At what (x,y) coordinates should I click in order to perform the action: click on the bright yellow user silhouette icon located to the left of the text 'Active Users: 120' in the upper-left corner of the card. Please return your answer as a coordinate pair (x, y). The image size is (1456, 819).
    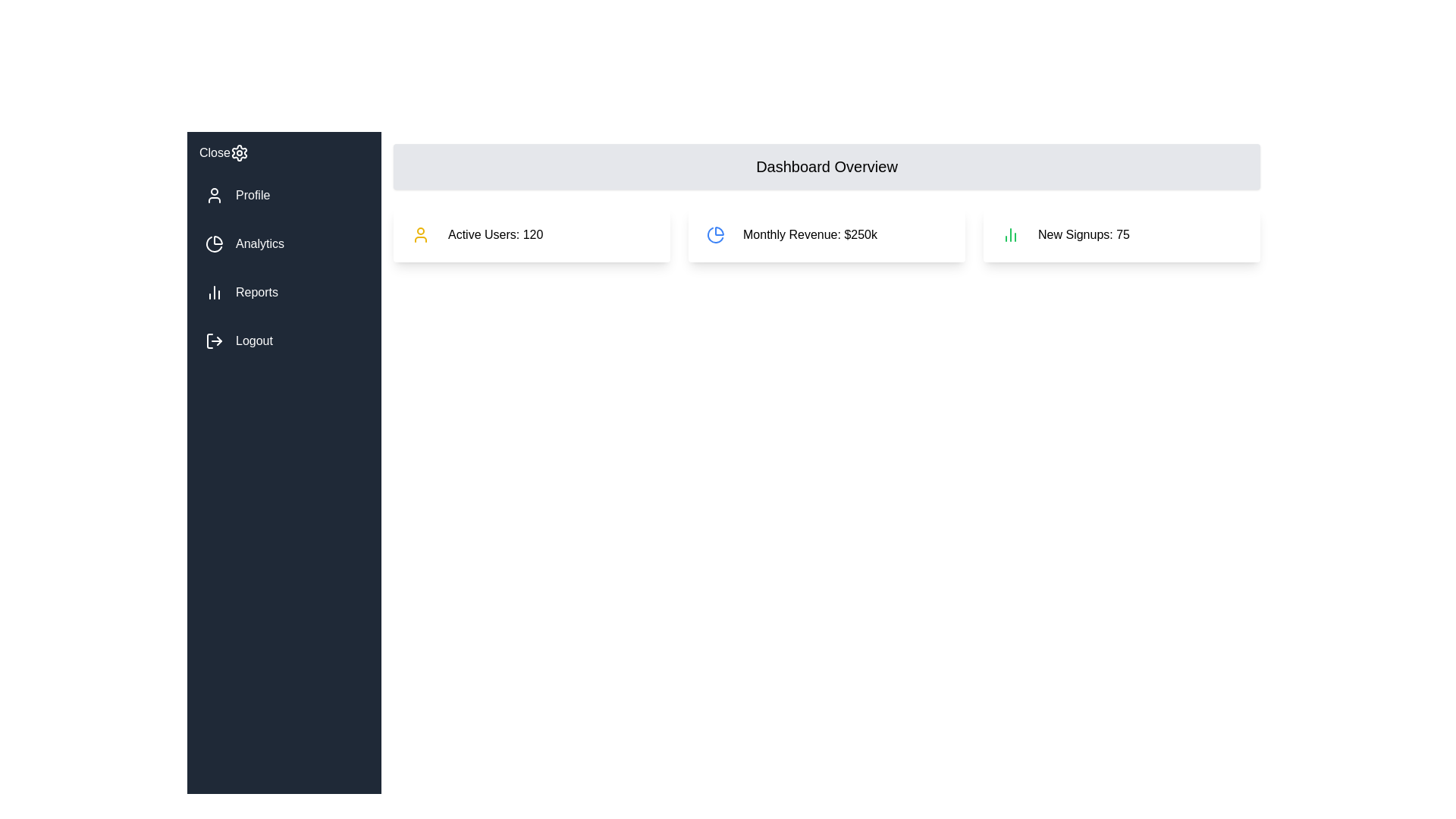
    Looking at the image, I should click on (421, 234).